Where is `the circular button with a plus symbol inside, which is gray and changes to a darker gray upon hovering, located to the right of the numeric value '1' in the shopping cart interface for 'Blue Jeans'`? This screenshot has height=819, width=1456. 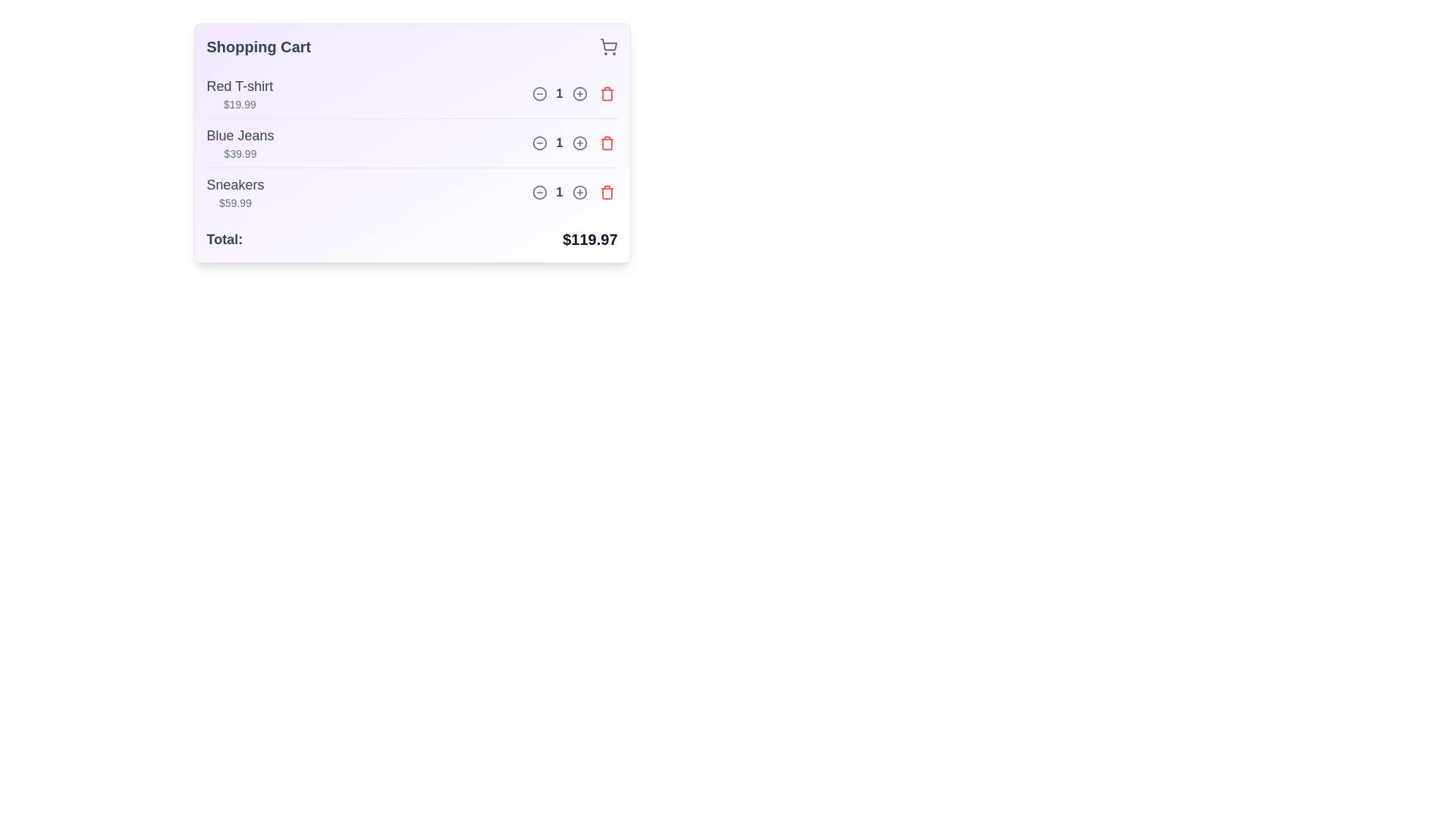 the circular button with a plus symbol inside, which is gray and changes to a darker gray upon hovering, located to the right of the numeric value '1' in the shopping cart interface for 'Blue Jeans' is located at coordinates (573, 143).